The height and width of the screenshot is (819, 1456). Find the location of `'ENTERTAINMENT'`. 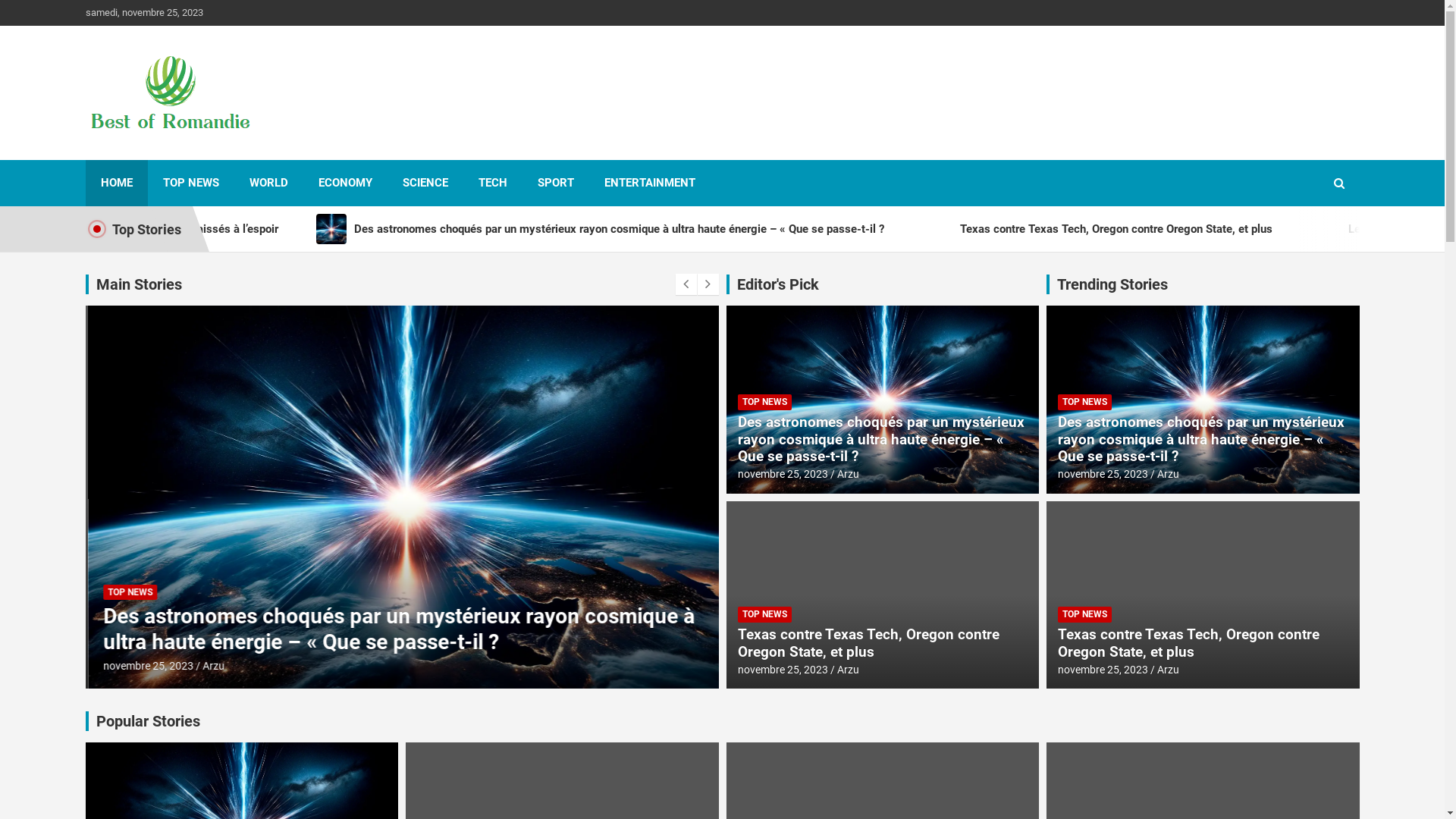

'ENTERTAINMENT' is located at coordinates (648, 182).